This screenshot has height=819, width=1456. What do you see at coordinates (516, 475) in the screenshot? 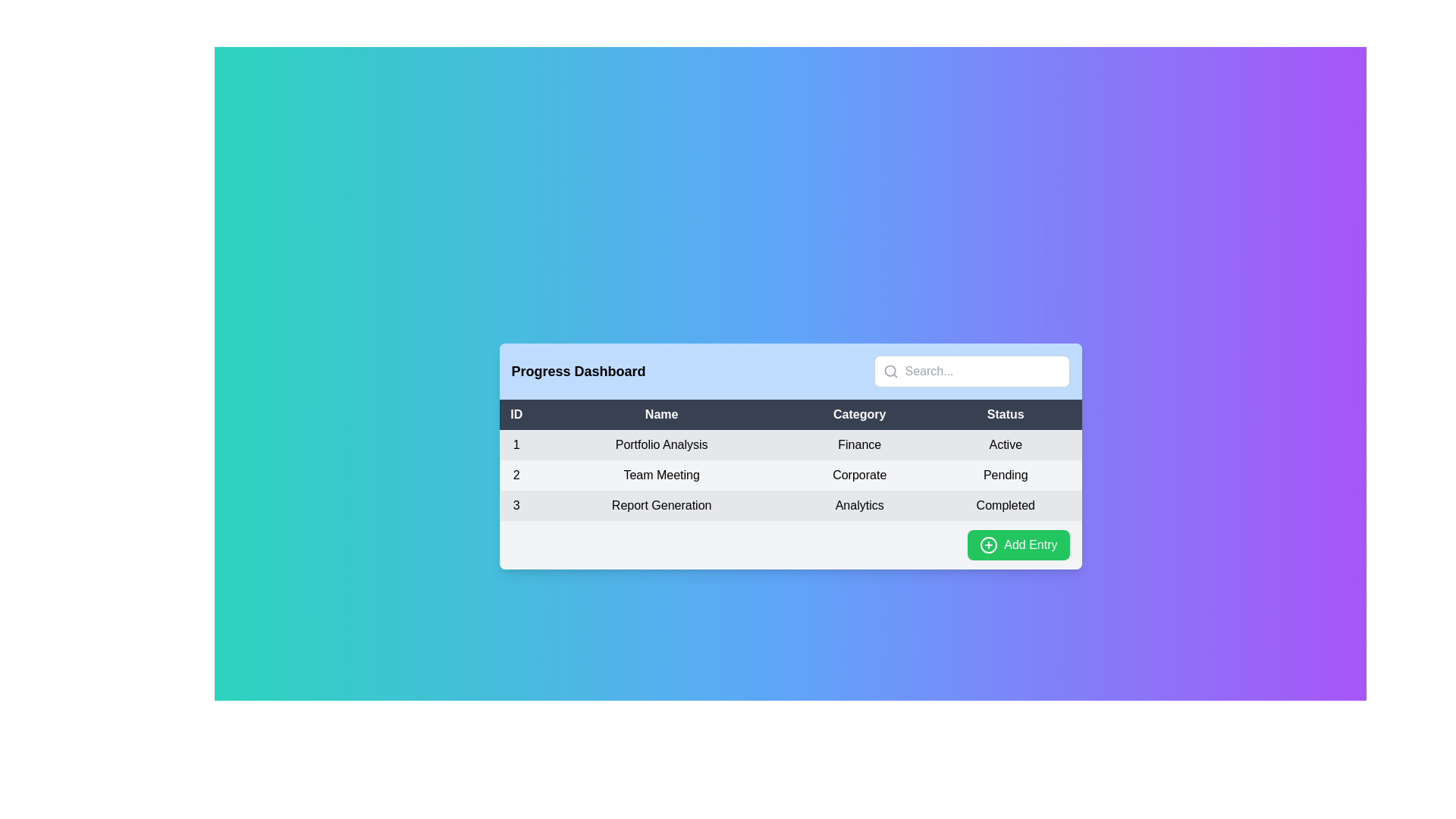
I see `the text label displaying the number '2' in black text, located in the 'ID' column of the 'Progress Dashboard' table, in the second row under 'Team Meeting'` at bounding box center [516, 475].